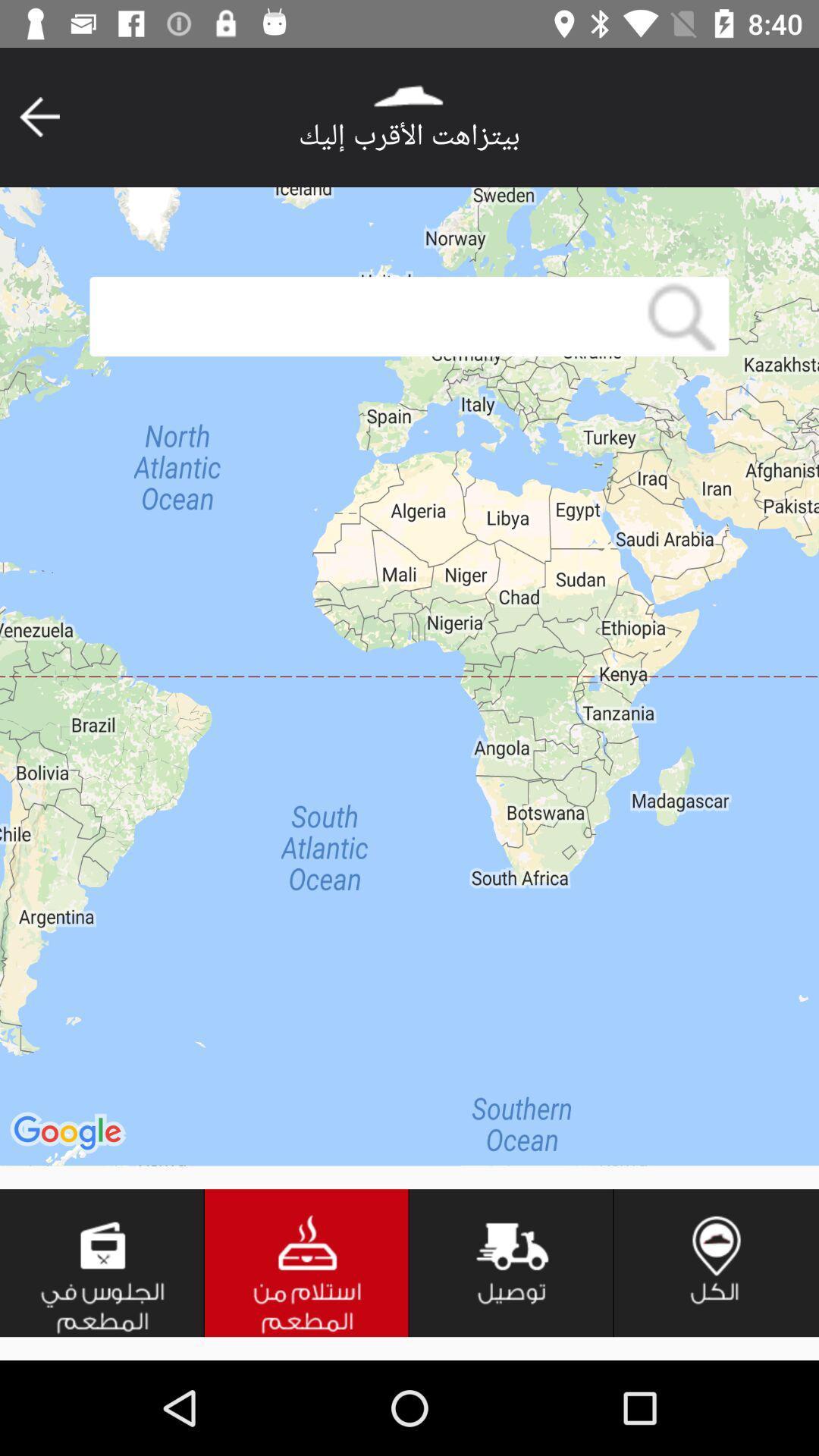  Describe the element at coordinates (39, 116) in the screenshot. I see `the arrow_backward icon` at that location.